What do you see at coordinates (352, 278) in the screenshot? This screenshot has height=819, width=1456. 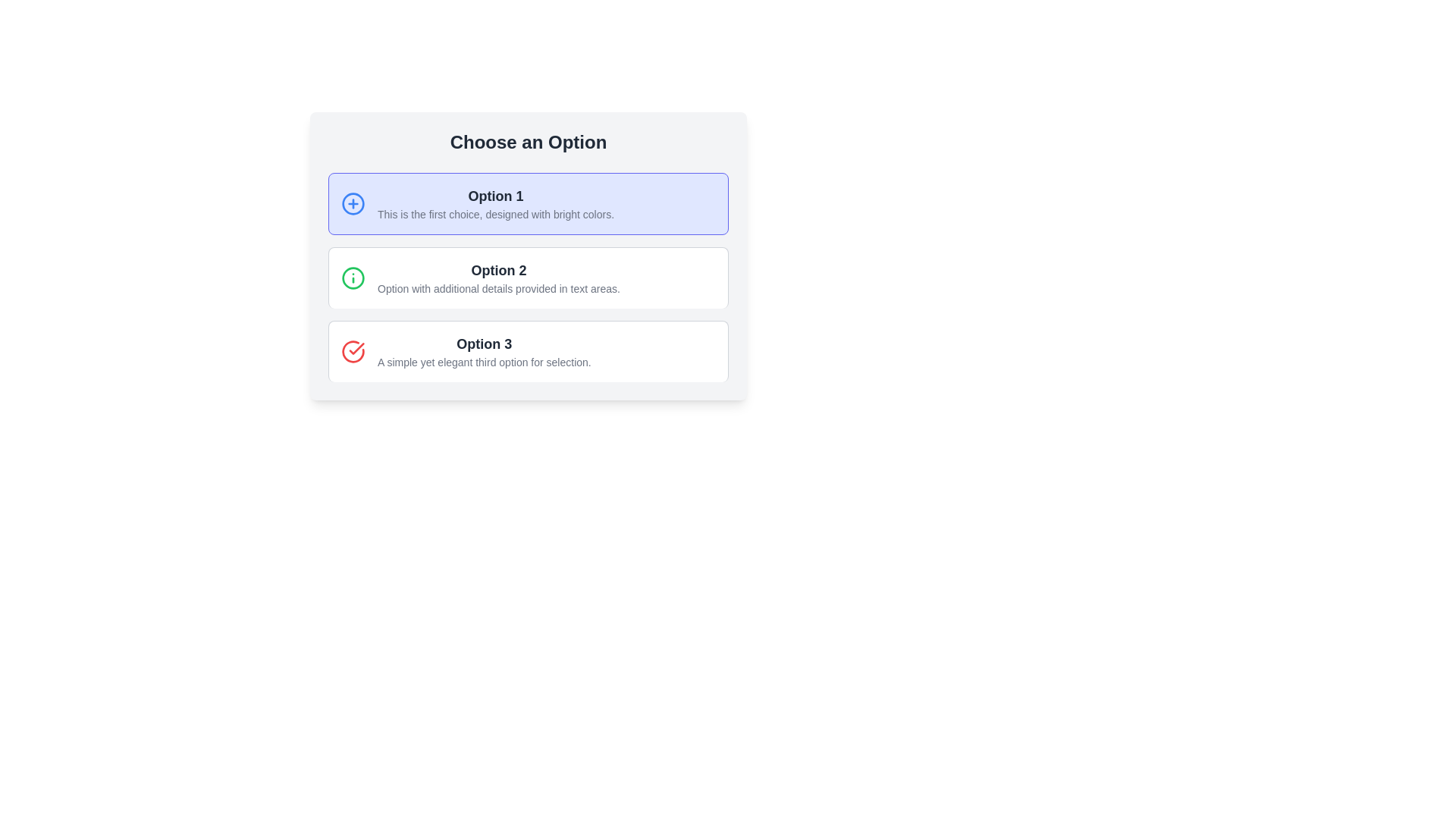 I see `Circular SVG element representing the outer boundary of the icon next to 'Option 2' in the selection list` at bounding box center [352, 278].